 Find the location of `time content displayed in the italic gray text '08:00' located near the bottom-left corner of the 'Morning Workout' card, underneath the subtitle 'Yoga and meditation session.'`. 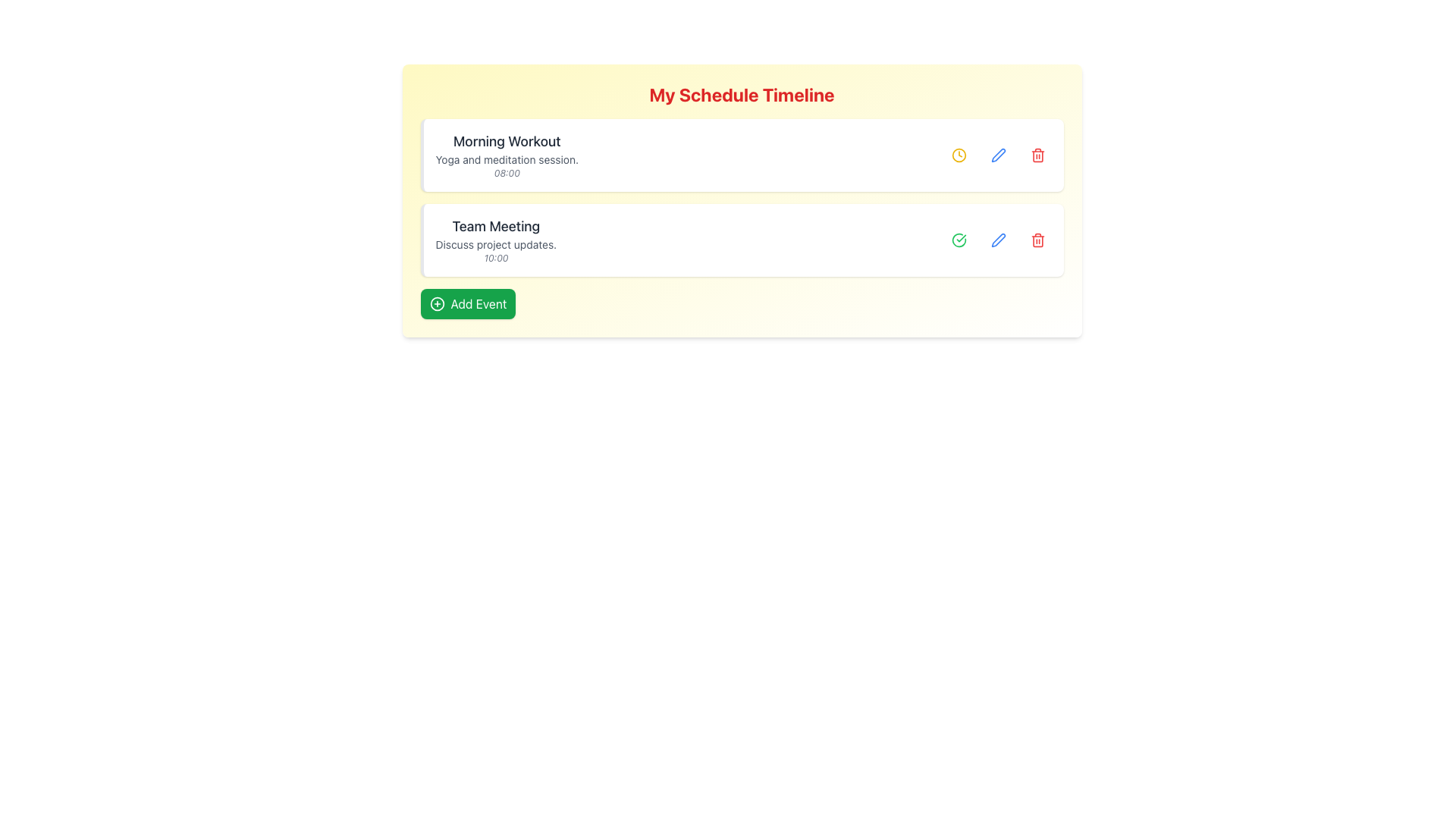

time content displayed in the italic gray text '08:00' located near the bottom-left corner of the 'Morning Workout' card, underneath the subtitle 'Yoga and meditation session.' is located at coordinates (507, 172).